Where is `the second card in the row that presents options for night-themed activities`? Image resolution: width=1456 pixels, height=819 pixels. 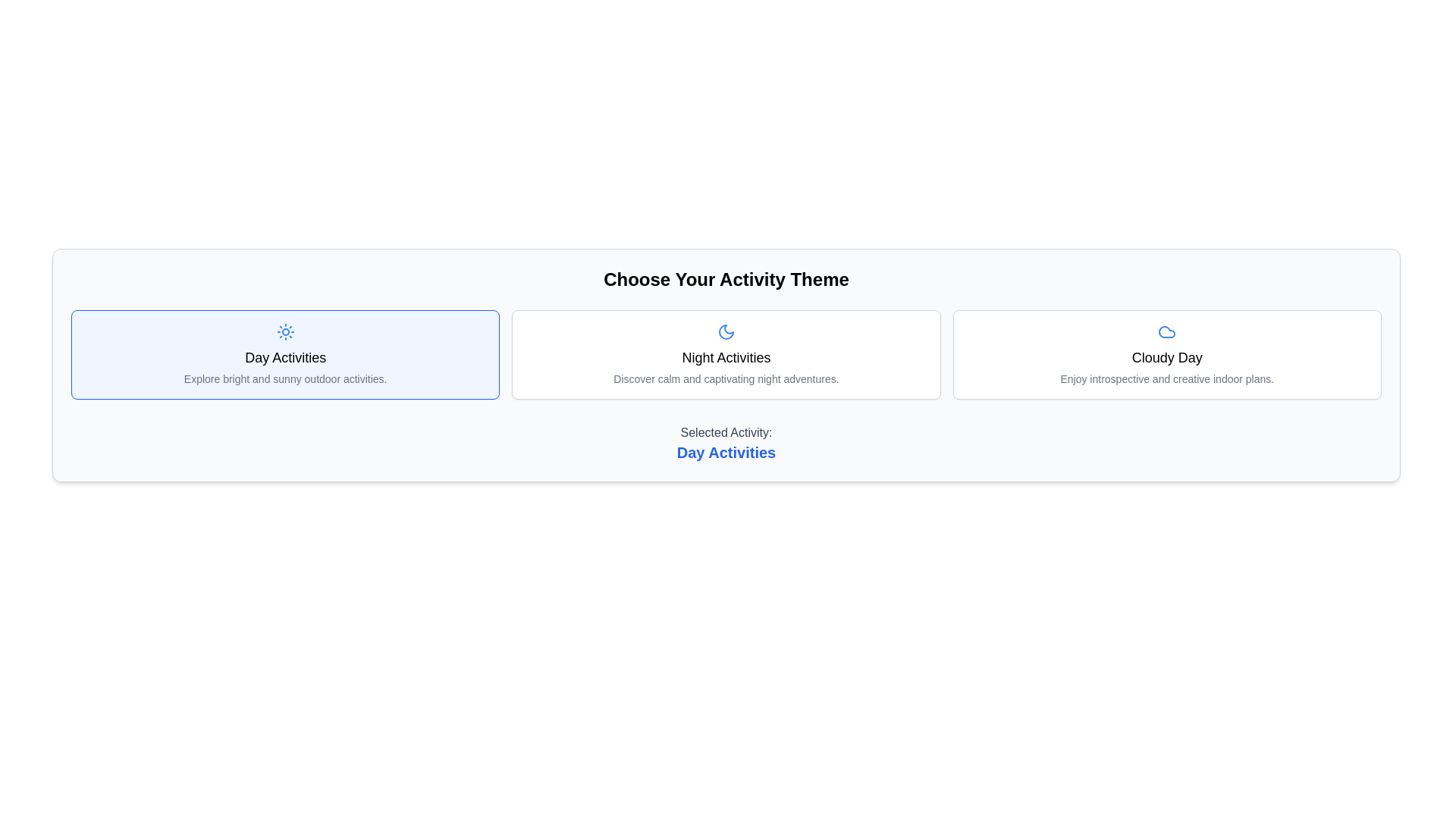
the second card in the row that presents options for night-themed activities is located at coordinates (726, 354).